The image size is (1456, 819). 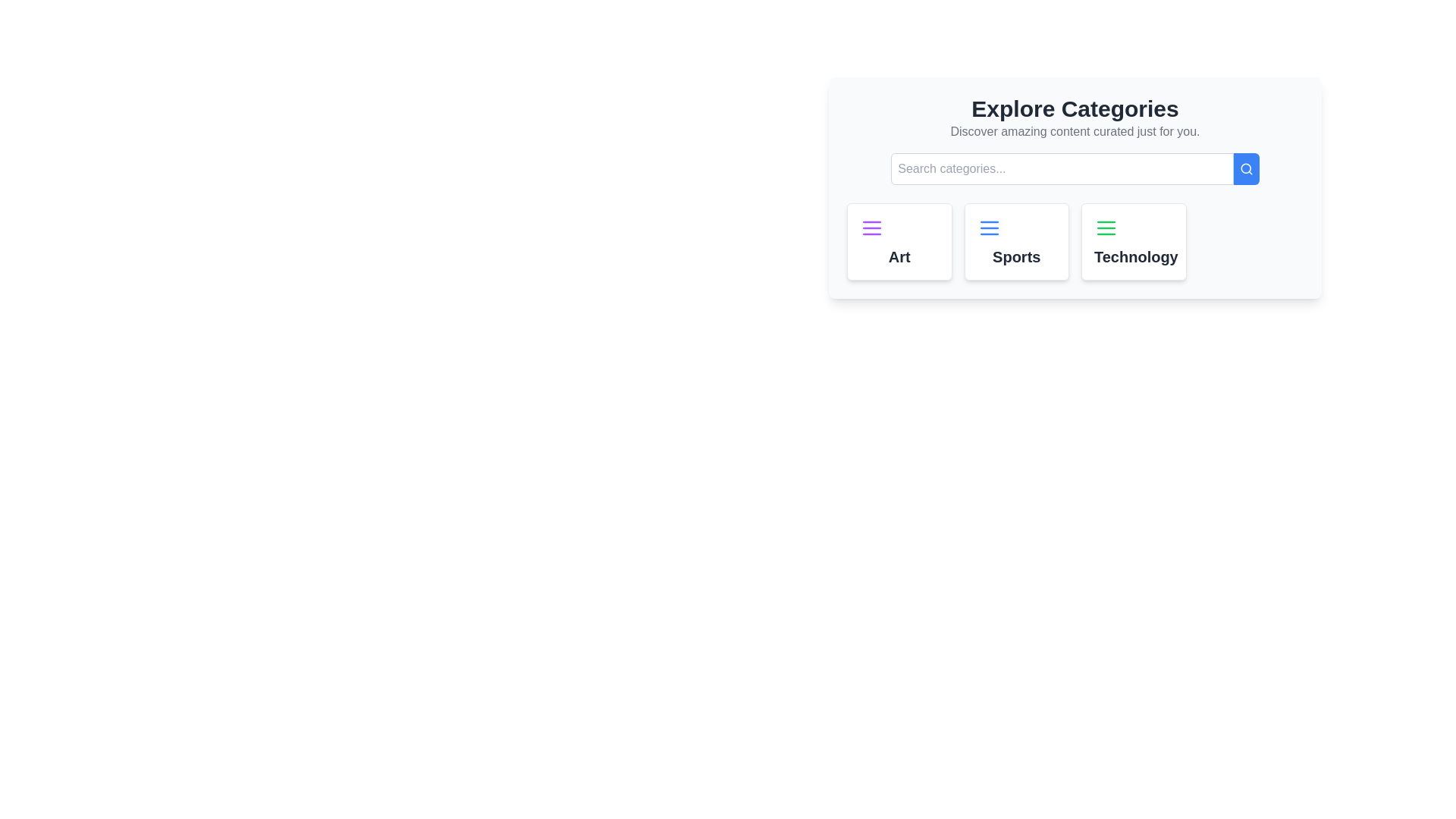 I want to click on the static text that reads 'Discover amazing content curated just for you.', which is styled in gray and positioned beneath the 'Explore Categories' title, so click(x=1074, y=130).